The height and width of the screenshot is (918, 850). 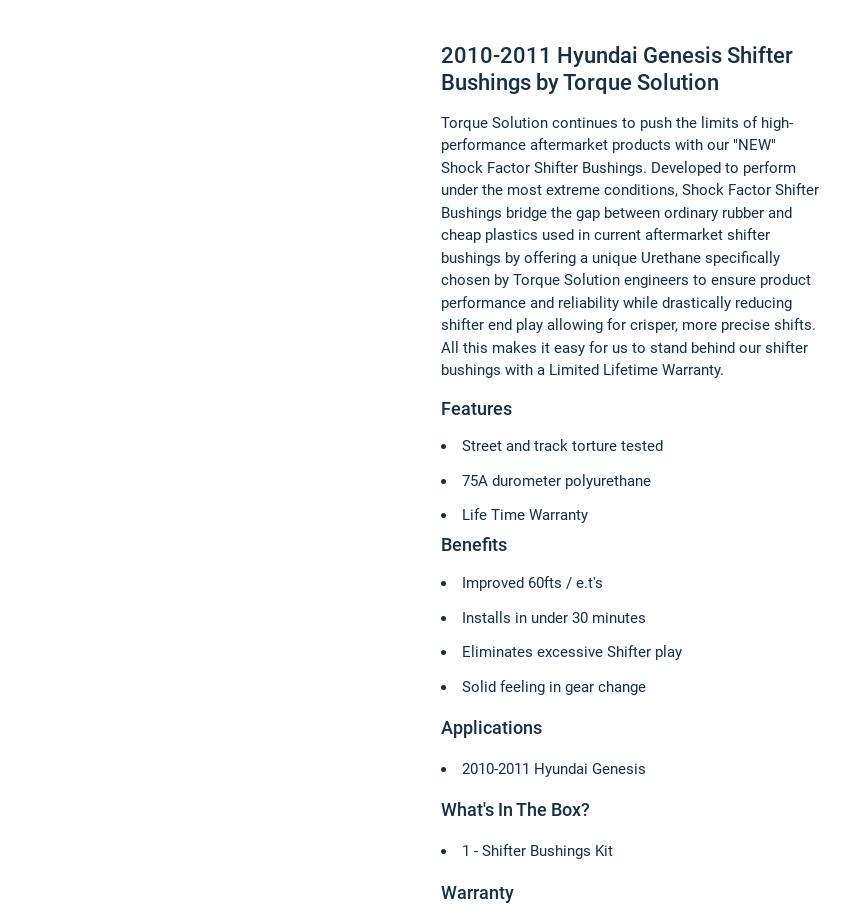 What do you see at coordinates (616, 67) in the screenshot?
I see `'2010-2011 Hyundai Genesis Shifter Bushings by Torque Solution'` at bounding box center [616, 67].